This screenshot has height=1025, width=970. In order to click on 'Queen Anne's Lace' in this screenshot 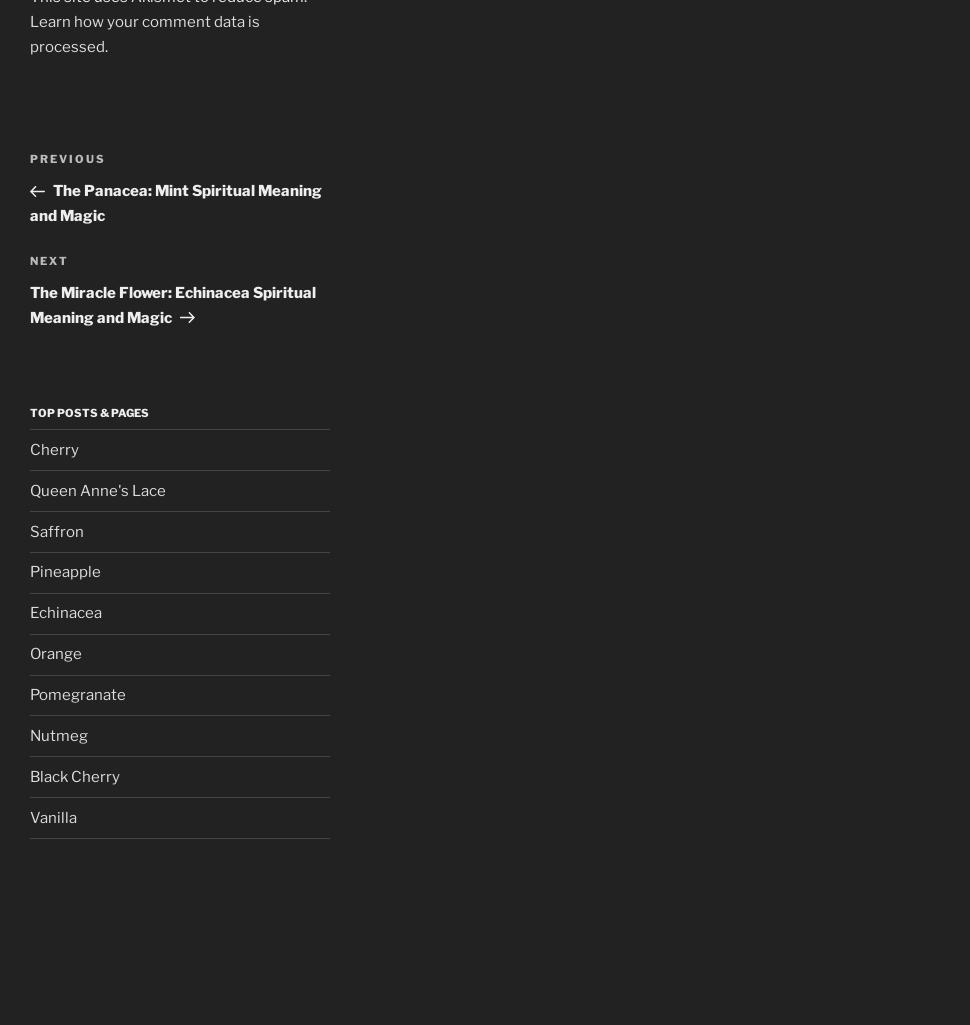, I will do `click(97, 489)`.